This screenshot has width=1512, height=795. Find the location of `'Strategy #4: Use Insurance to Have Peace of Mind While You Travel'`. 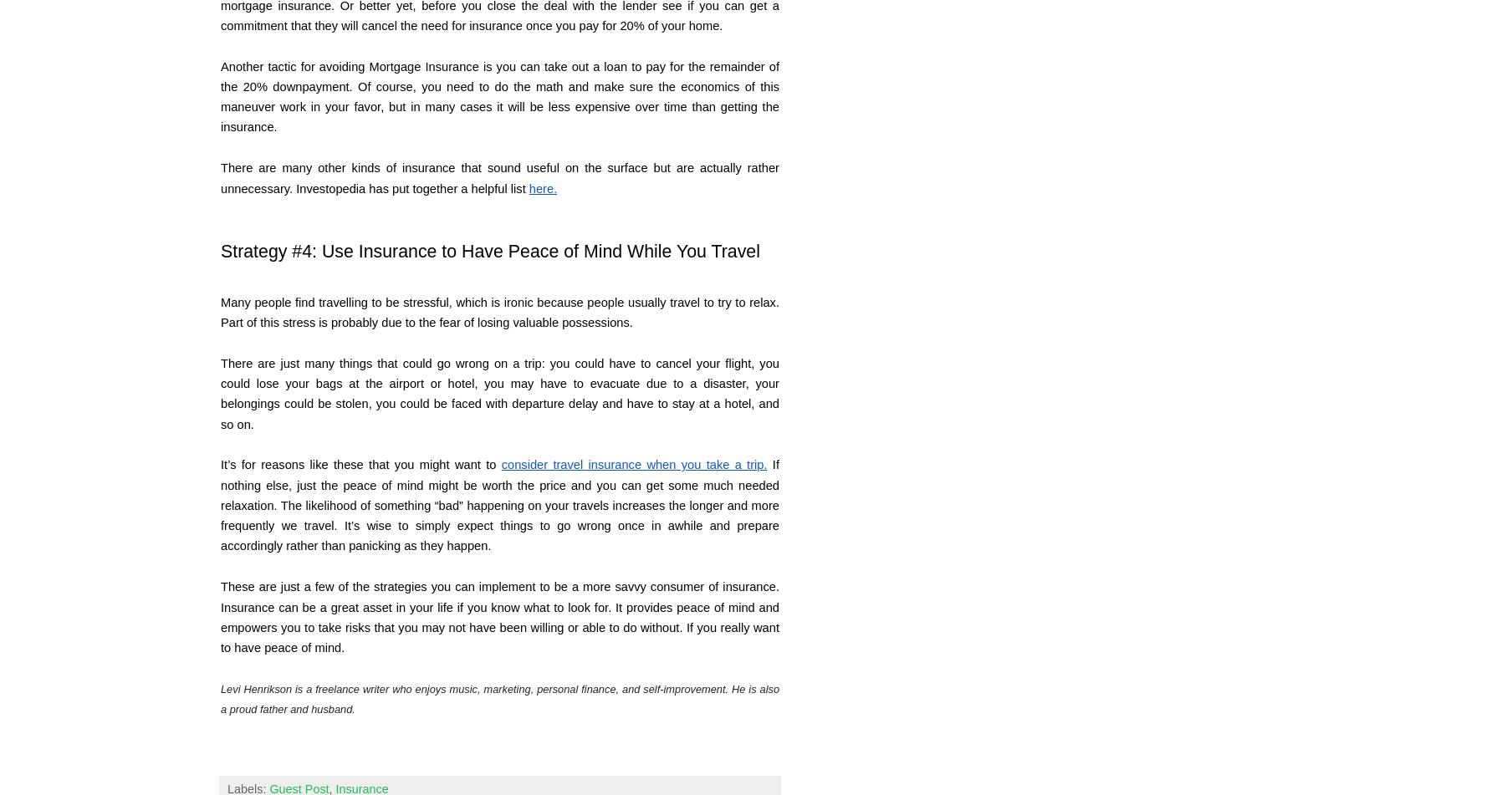

'Strategy #4: Use Insurance to Have Peace of Mind While You Travel' is located at coordinates (488, 251).